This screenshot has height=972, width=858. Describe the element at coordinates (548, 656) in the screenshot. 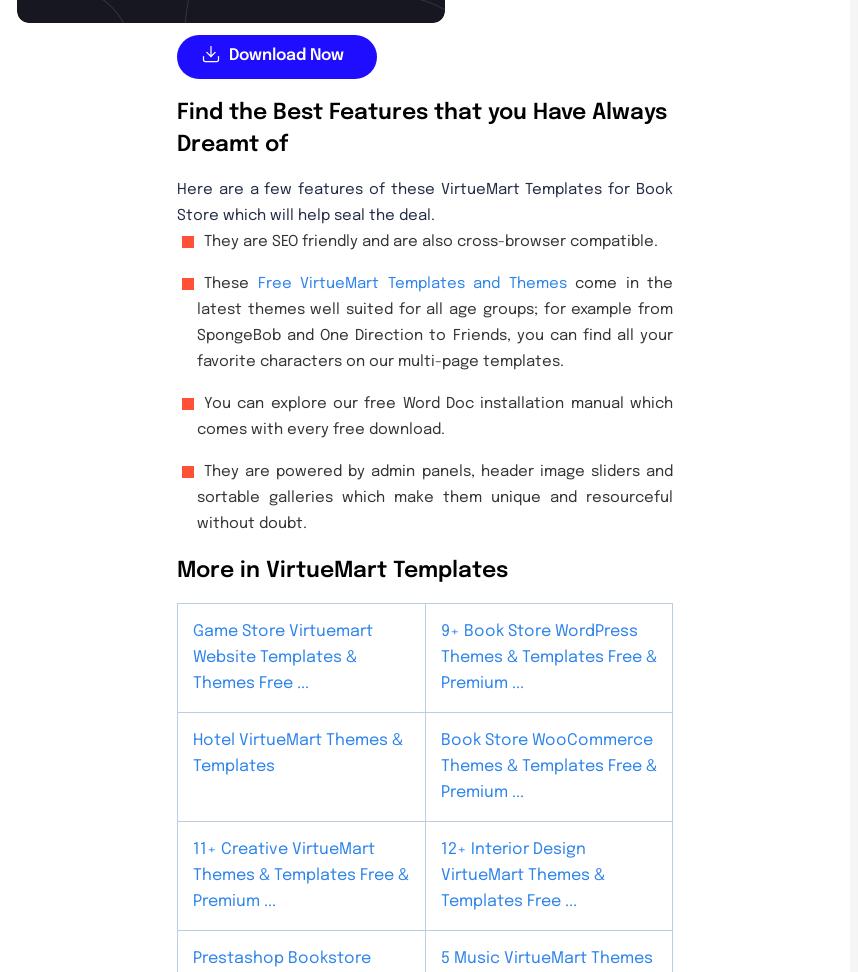

I see `'9+ Book Store WordPress Themes & Templates Free & Premium ...'` at that location.